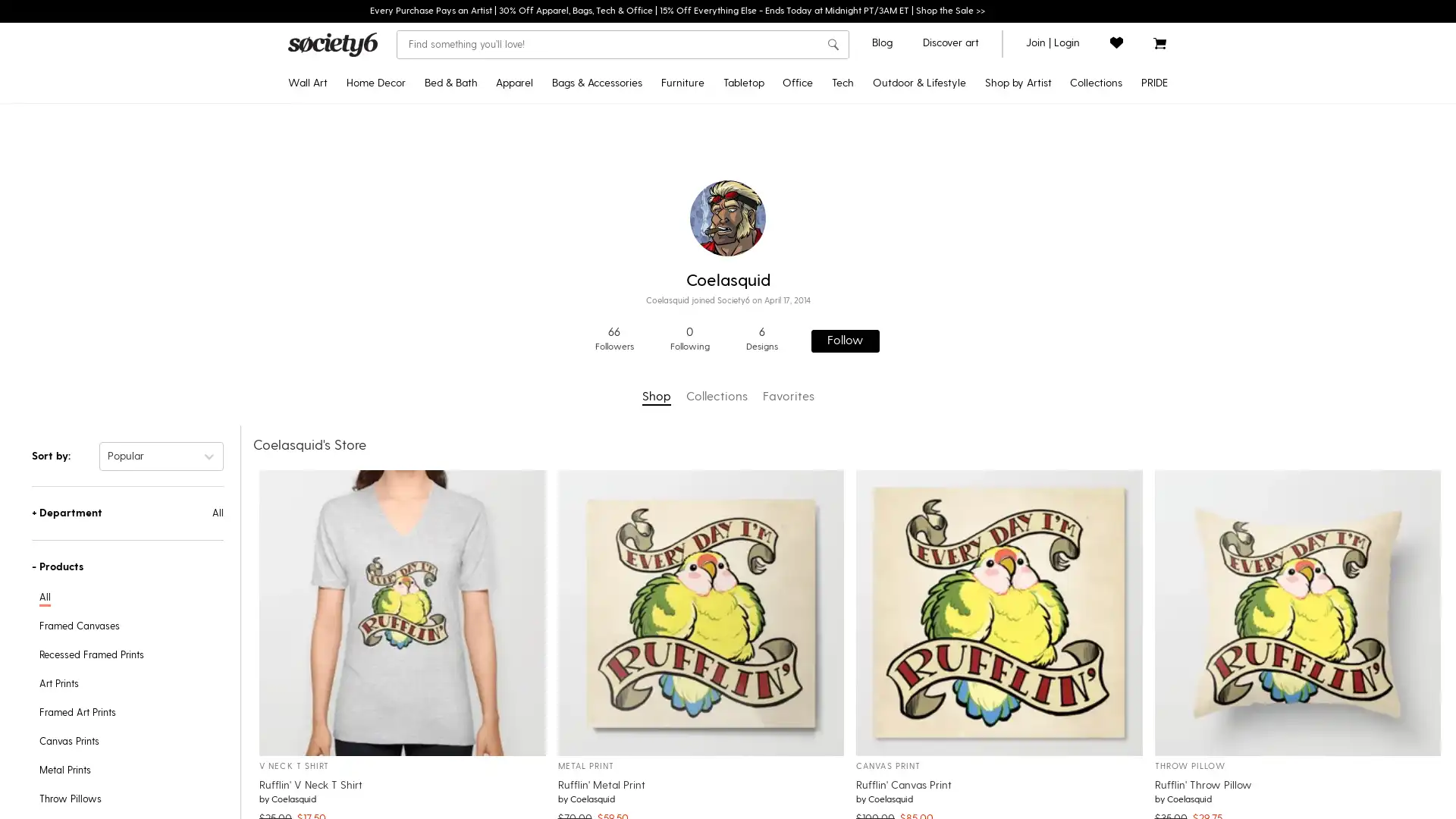  What do you see at coordinates (1052, 42) in the screenshot?
I see `join or login` at bounding box center [1052, 42].